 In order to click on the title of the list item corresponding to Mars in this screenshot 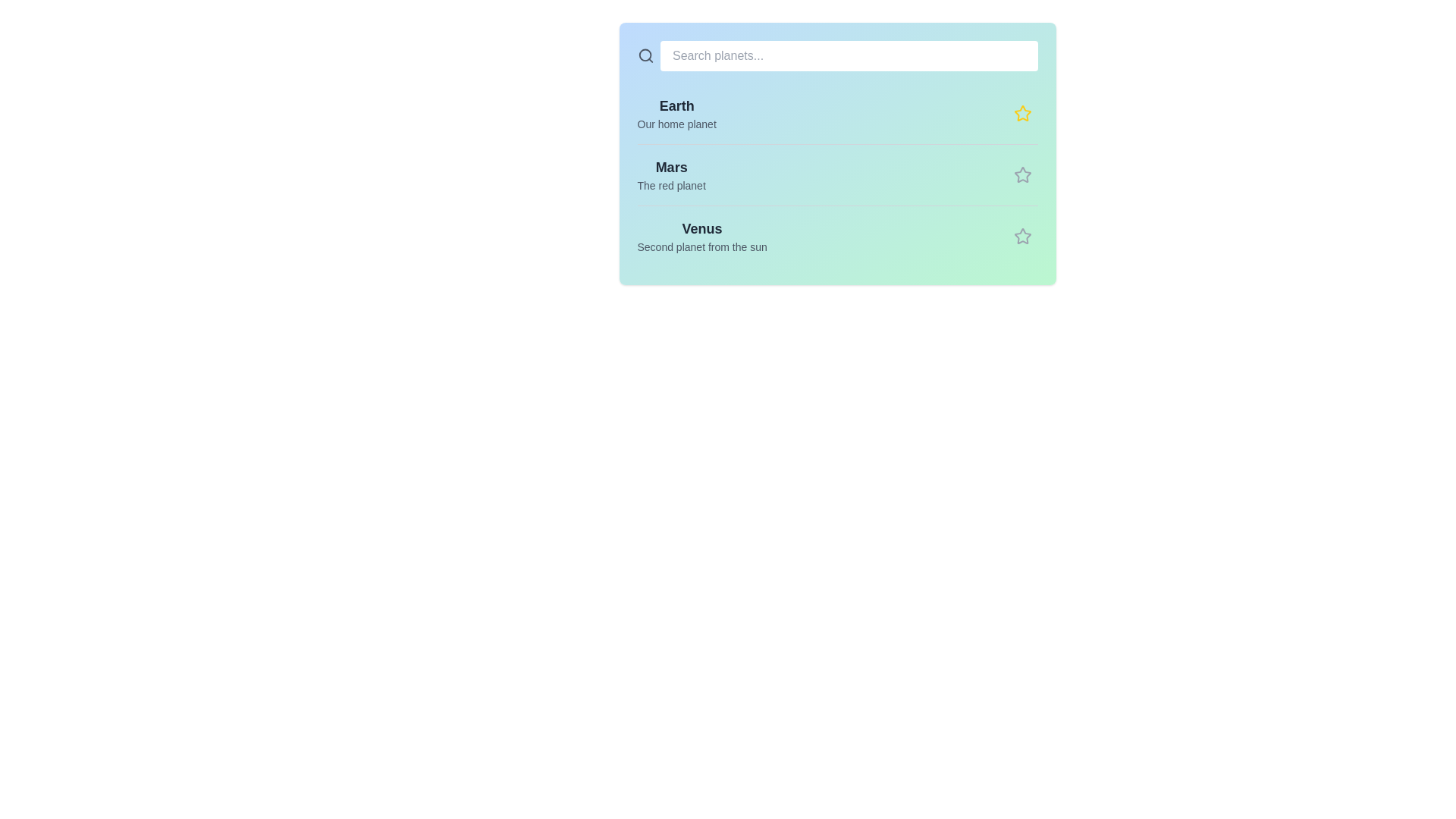, I will do `click(670, 167)`.